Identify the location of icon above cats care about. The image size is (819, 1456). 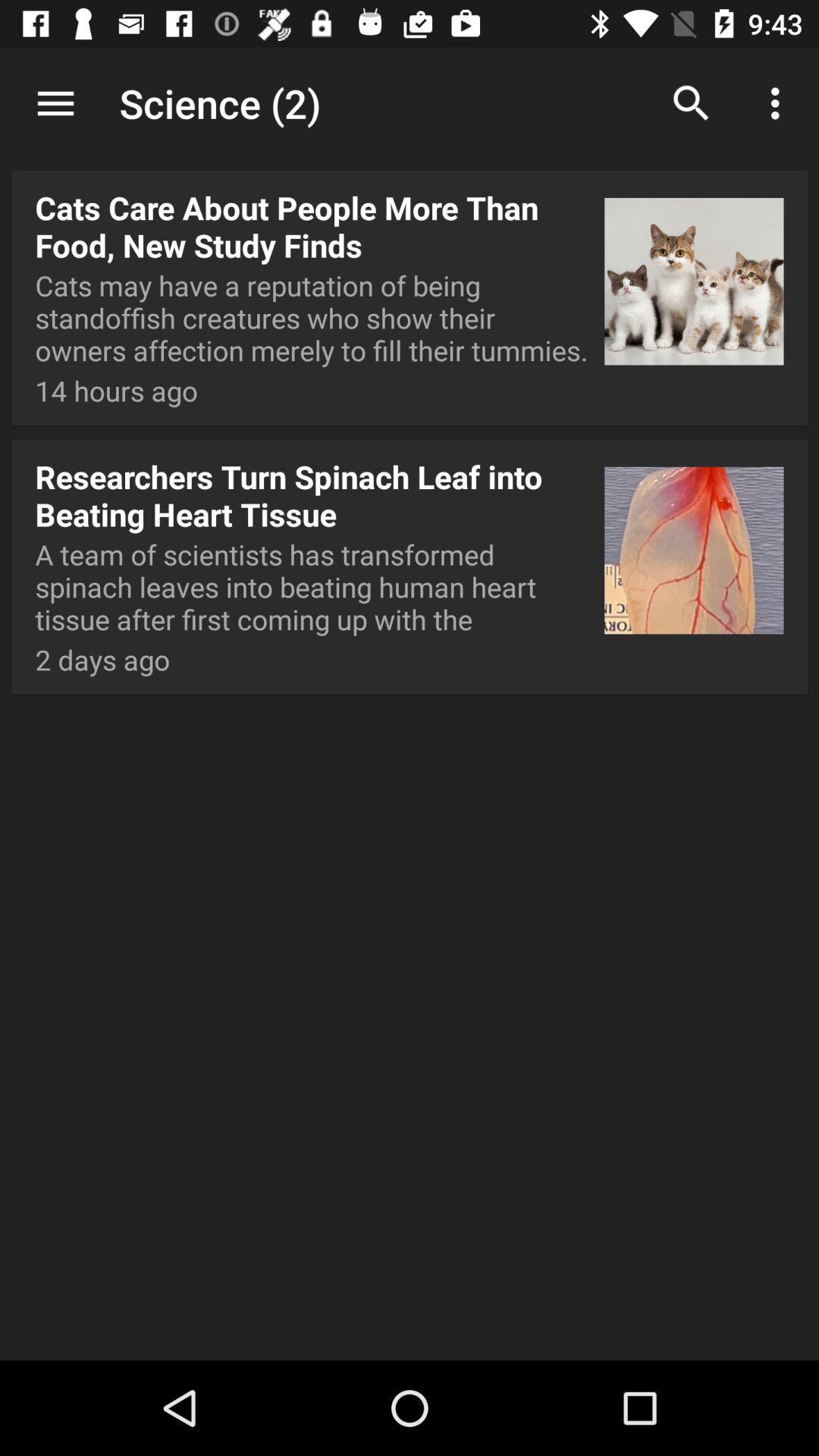
(55, 102).